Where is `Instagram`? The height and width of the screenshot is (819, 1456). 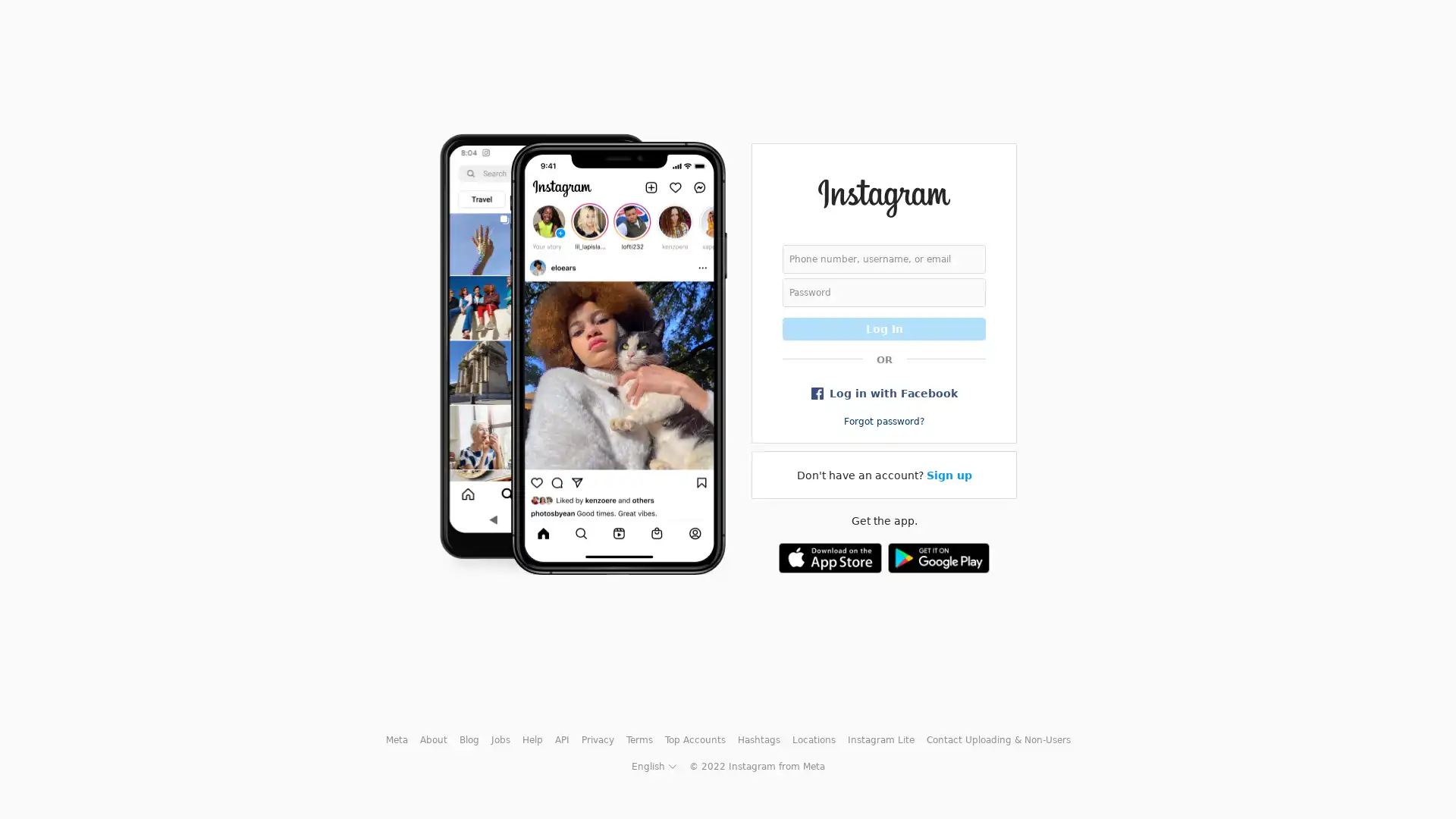 Instagram is located at coordinates (883, 196).